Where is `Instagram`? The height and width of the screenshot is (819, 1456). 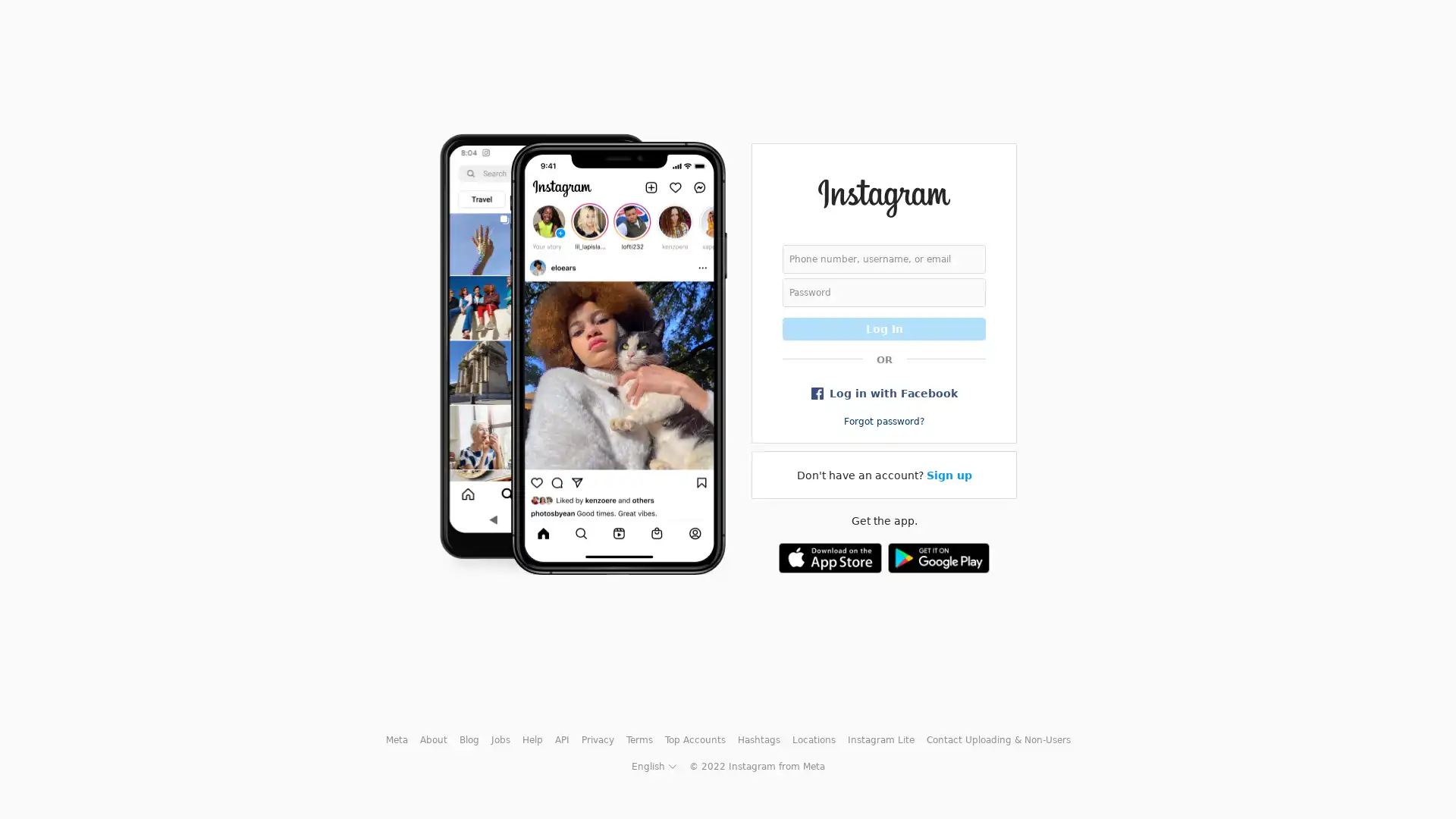 Instagram is located at coordinates (883, 196).